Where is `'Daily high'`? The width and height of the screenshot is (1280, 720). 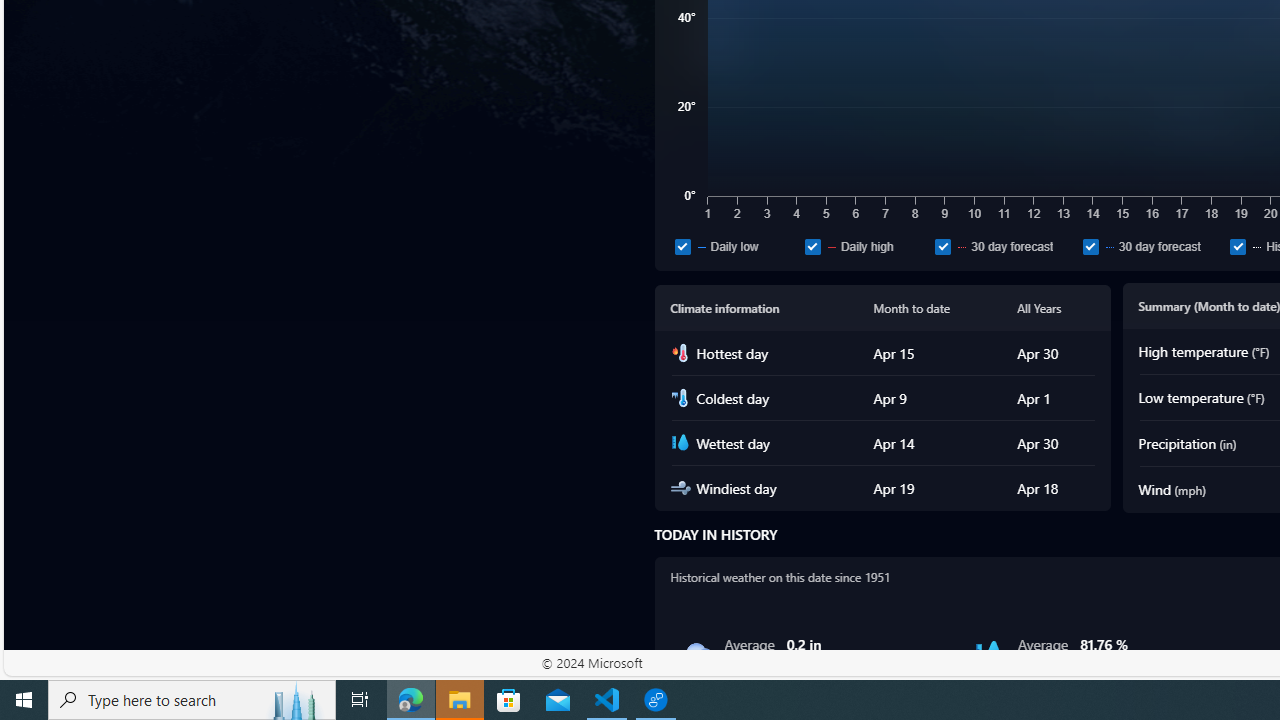 'Daily high' is located at coordinates (812, 245).